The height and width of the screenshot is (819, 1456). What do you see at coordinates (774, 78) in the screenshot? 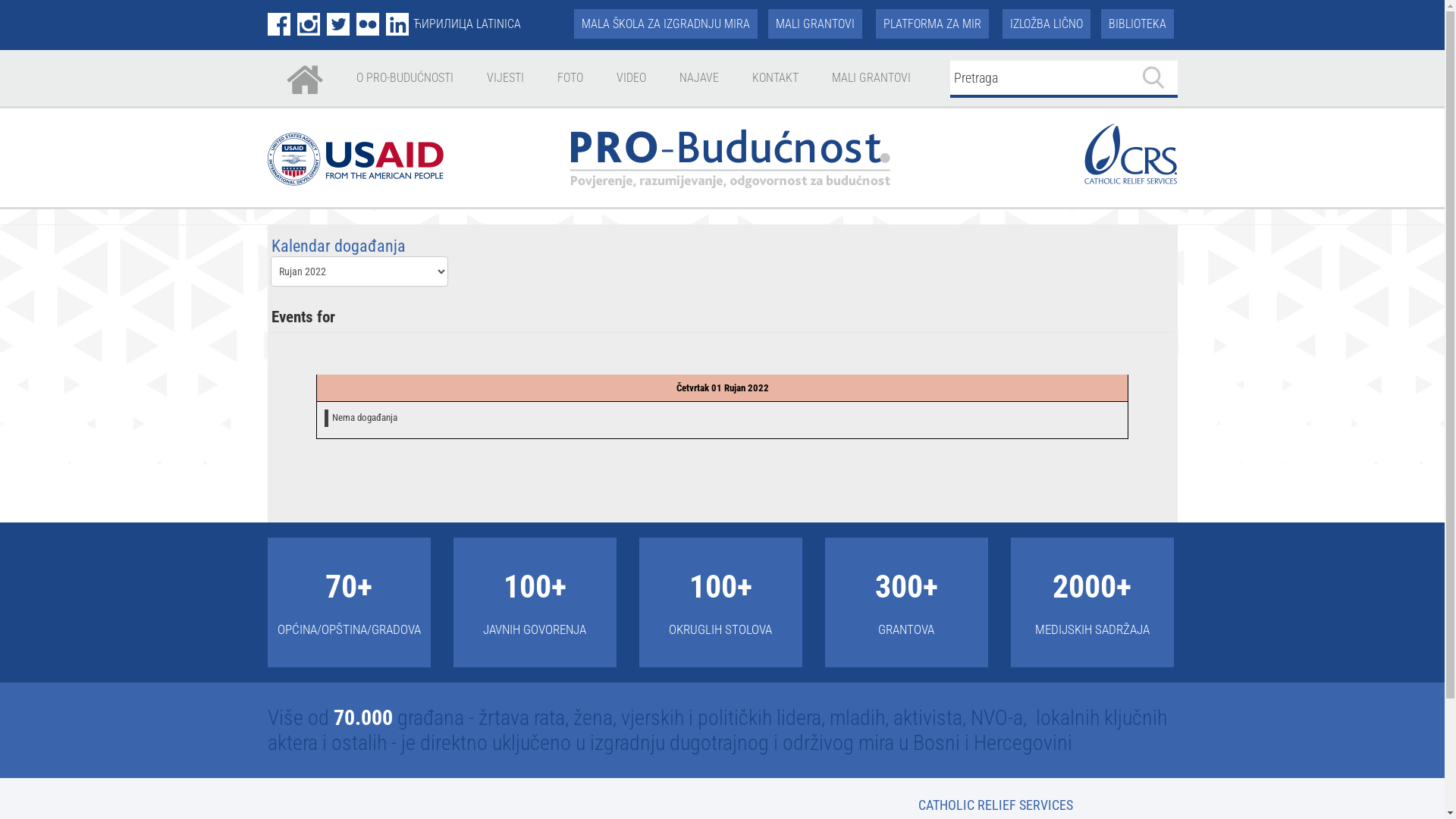
I see `'KONTAKT'` at bounding box center [774, 78].